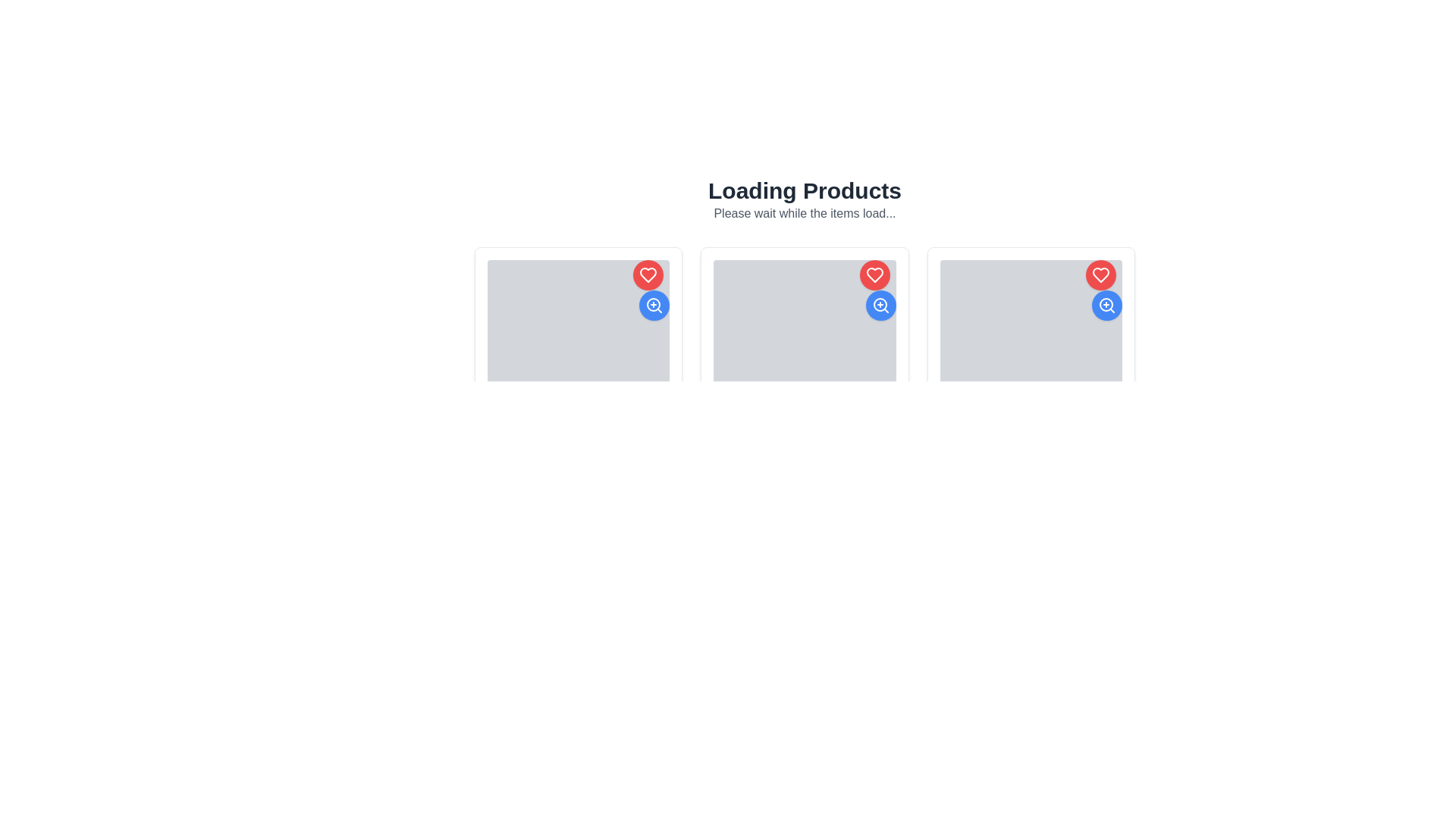 The image size is (1456, 819). I want to click on the circular blue zoom-in button with a magnifying glass and a plus sign, located directly below the red heart icon in the top-right corner of the white rectangular card, so click(651, 290).